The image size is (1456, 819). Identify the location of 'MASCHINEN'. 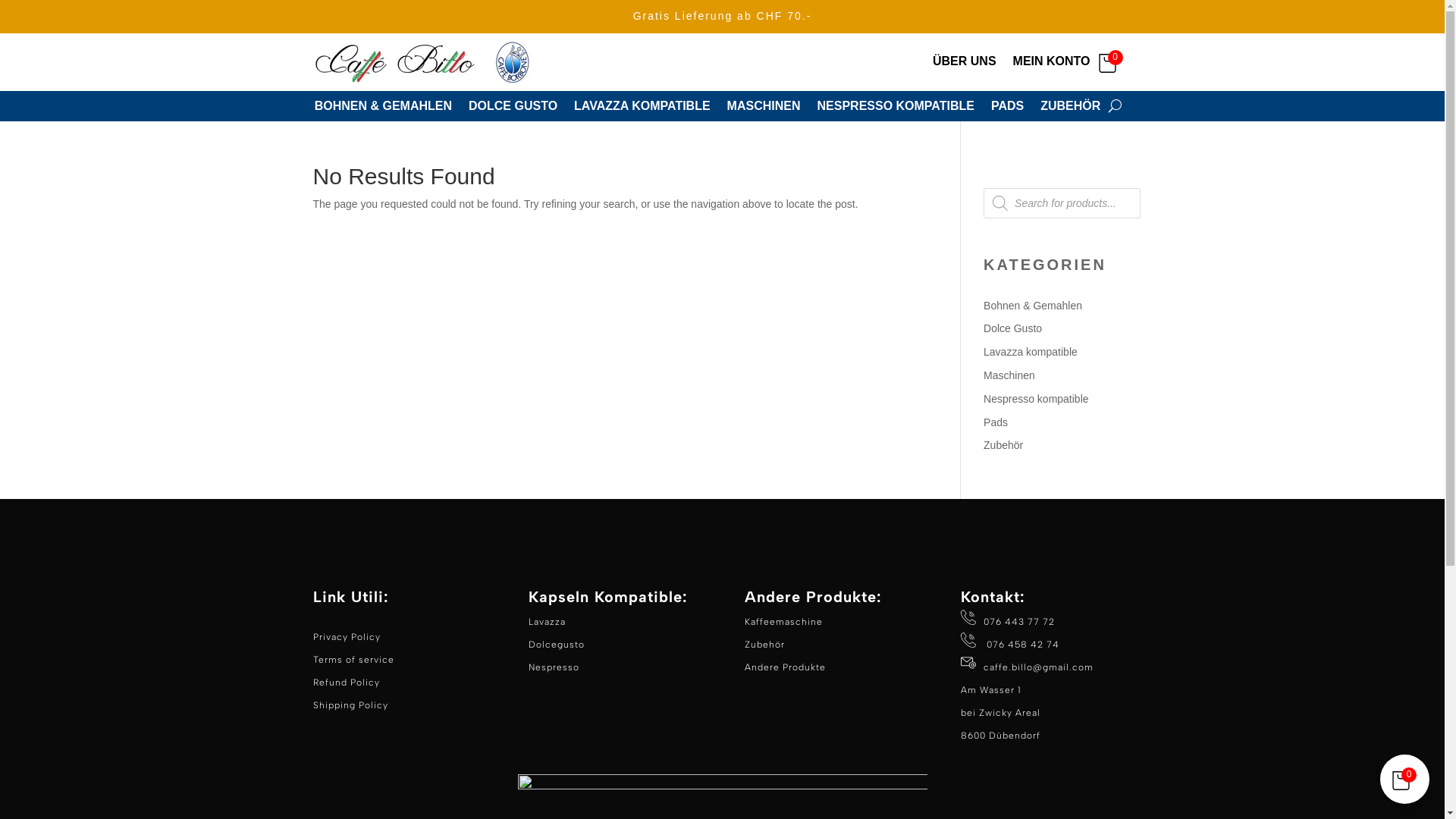
(764, 108).